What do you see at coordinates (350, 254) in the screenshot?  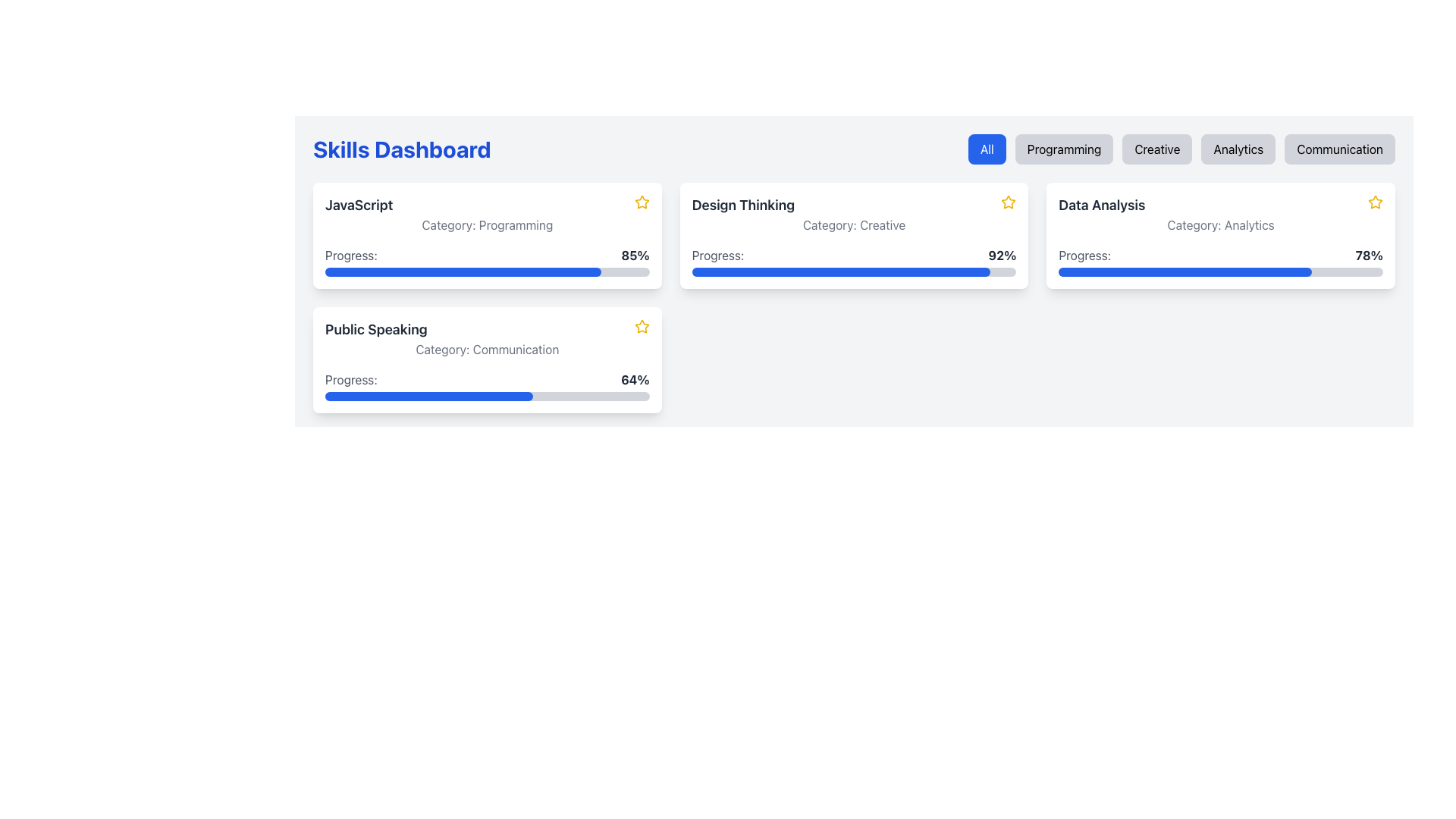 I see `the text label displaying 'Progress:' in gray font, located within the 'JavaScript' skill card in the 'Skills Dashboard'` at bounding box center [350, 254].